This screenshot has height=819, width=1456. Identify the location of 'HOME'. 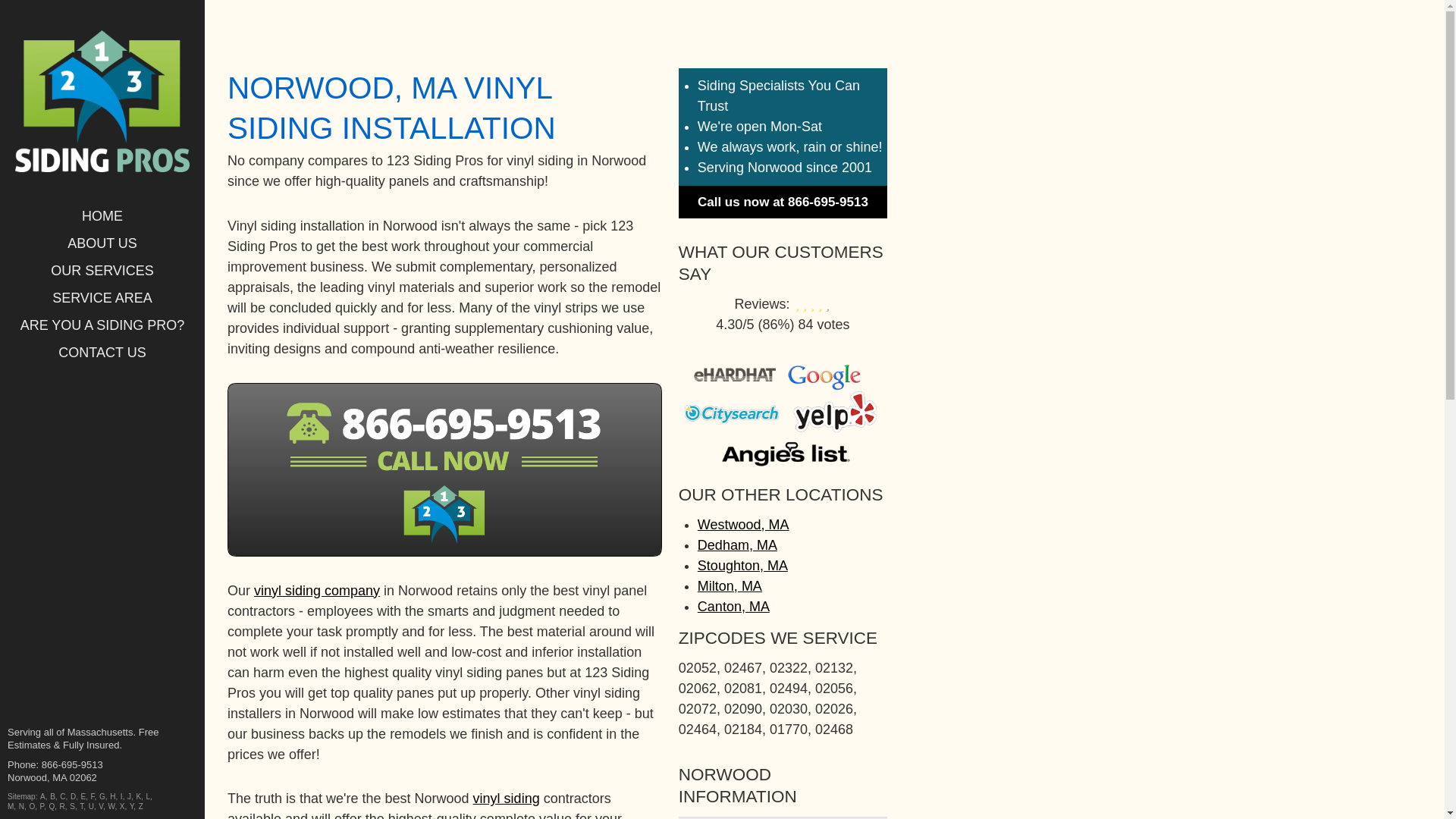
(101, 216).